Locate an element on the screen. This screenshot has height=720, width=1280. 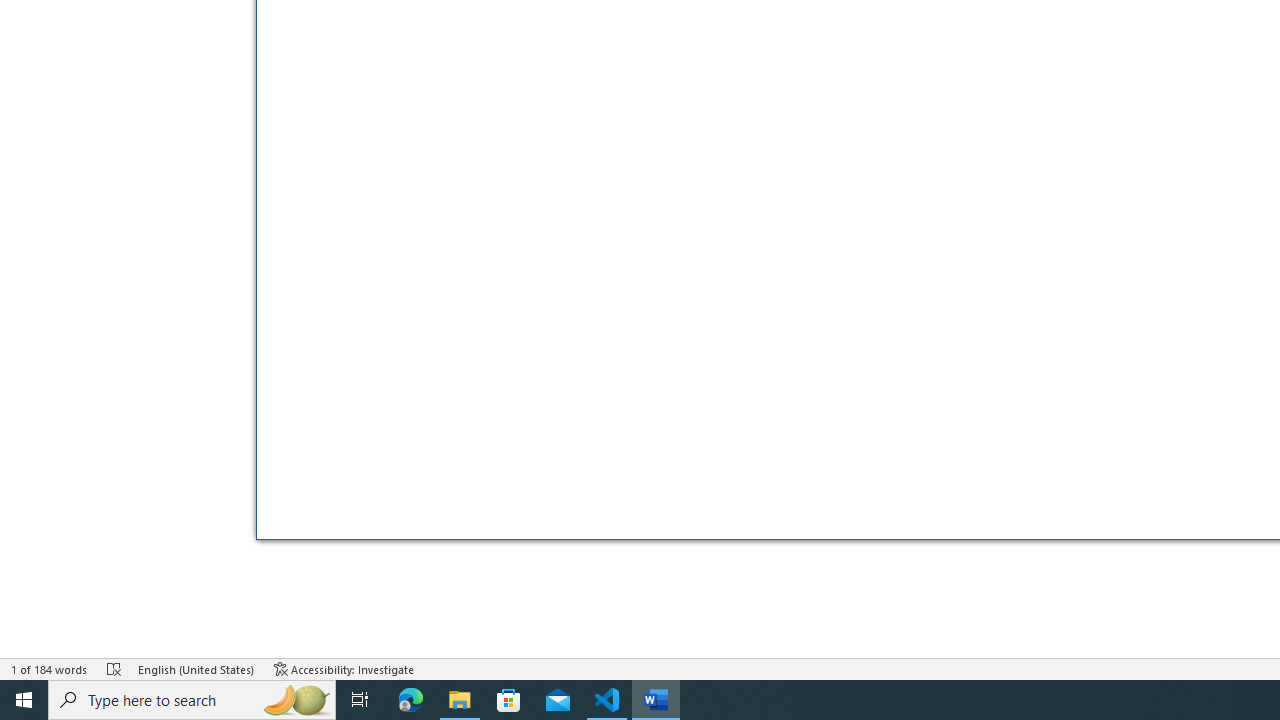
'Language English (United States)' is located at coordinates (196, 669).